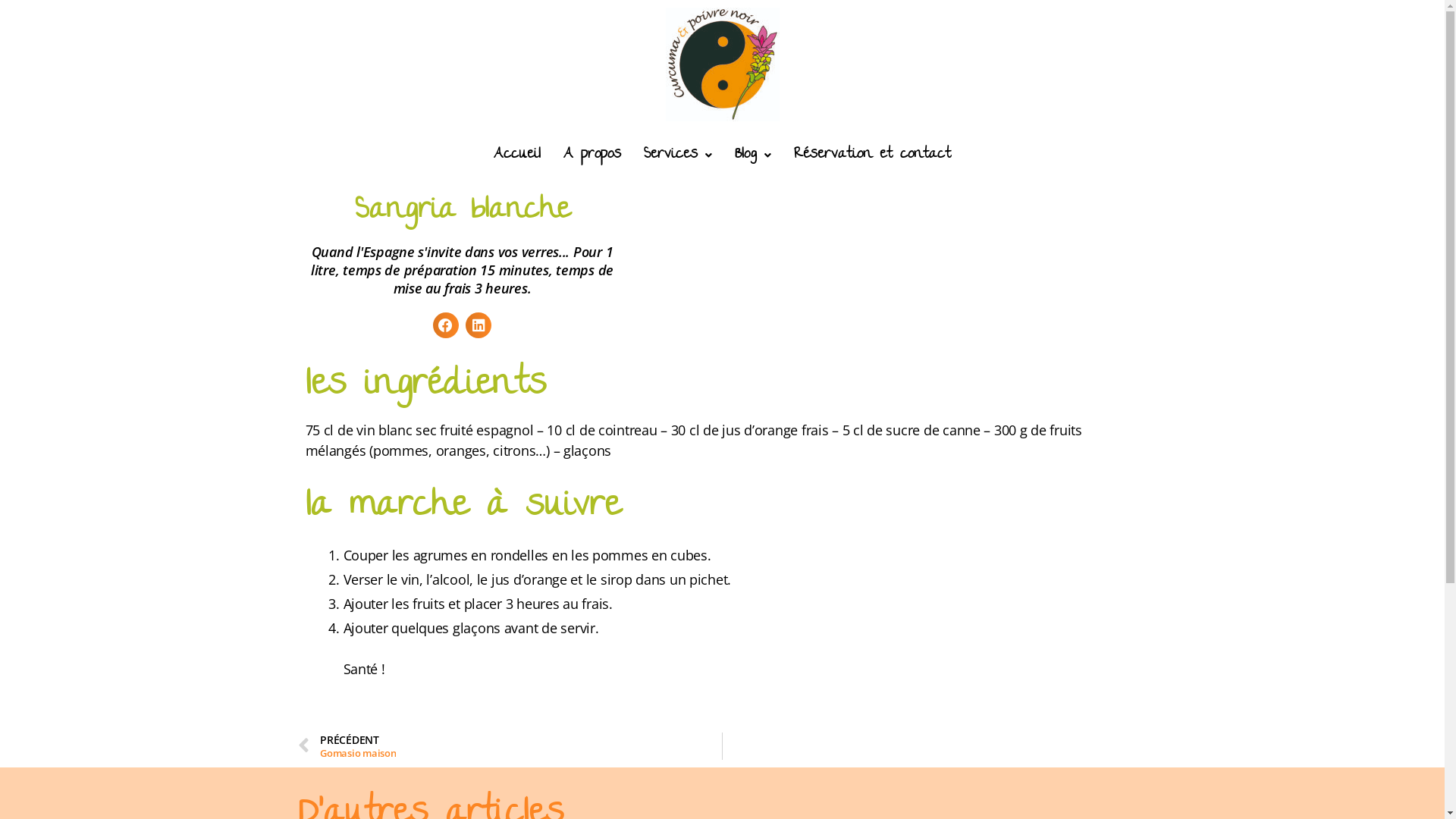  I want to click on 'Services', so click(676, 155).